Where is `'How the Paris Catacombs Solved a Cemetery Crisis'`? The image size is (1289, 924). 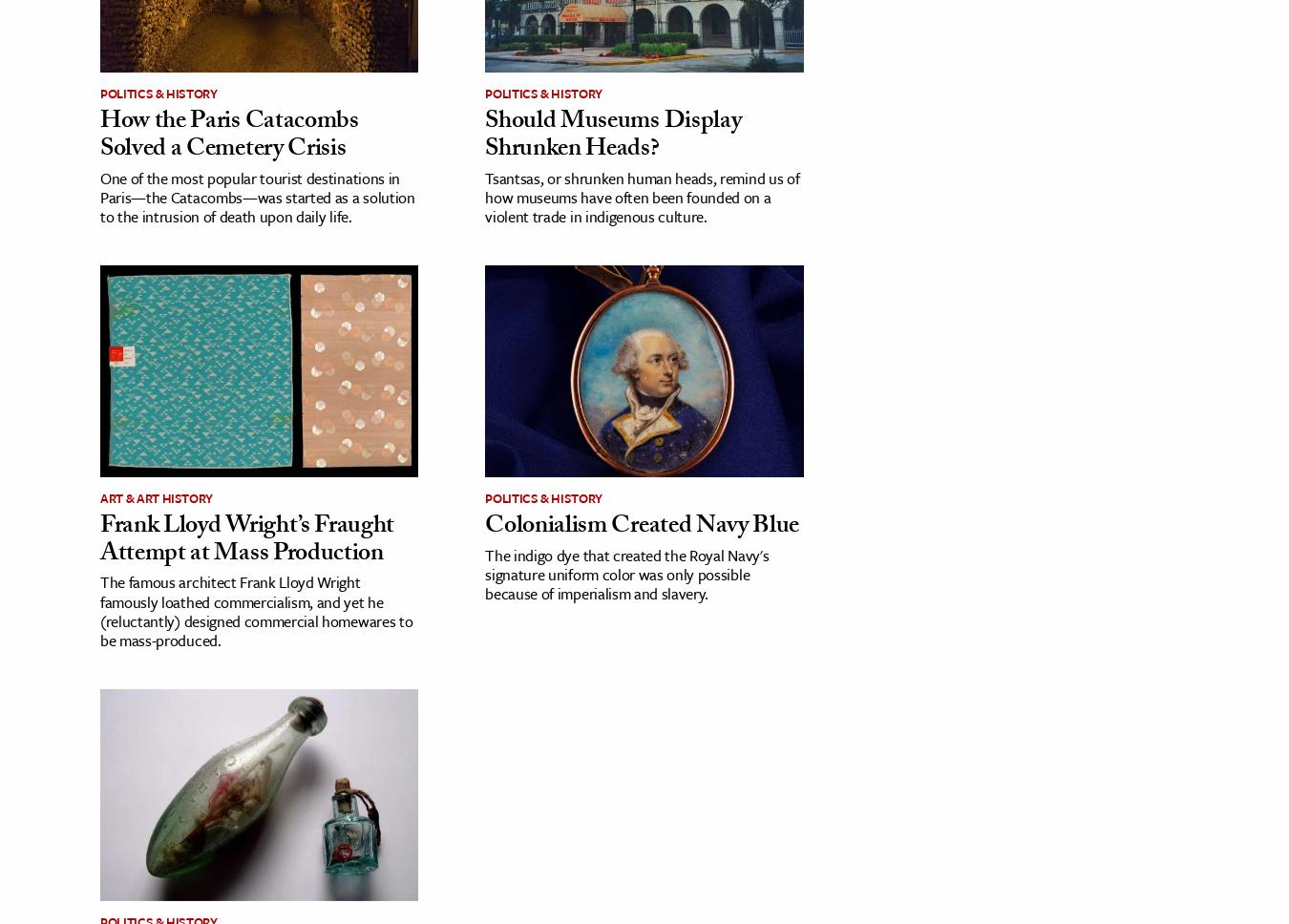 'How the Paris Catacombs Solved a Cemetery Crisis' is located at coordinates (228, 135).